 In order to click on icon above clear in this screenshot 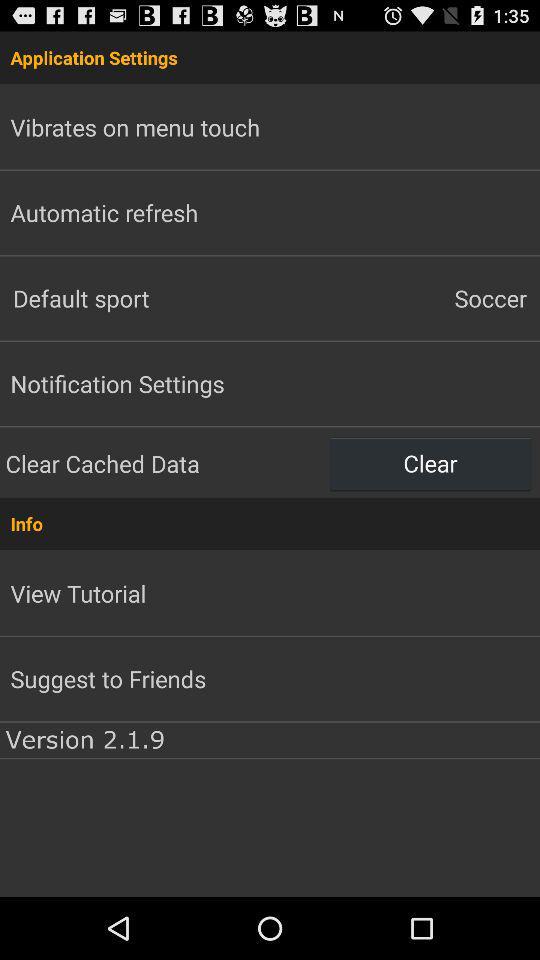, I will do `click(405, 297)`.